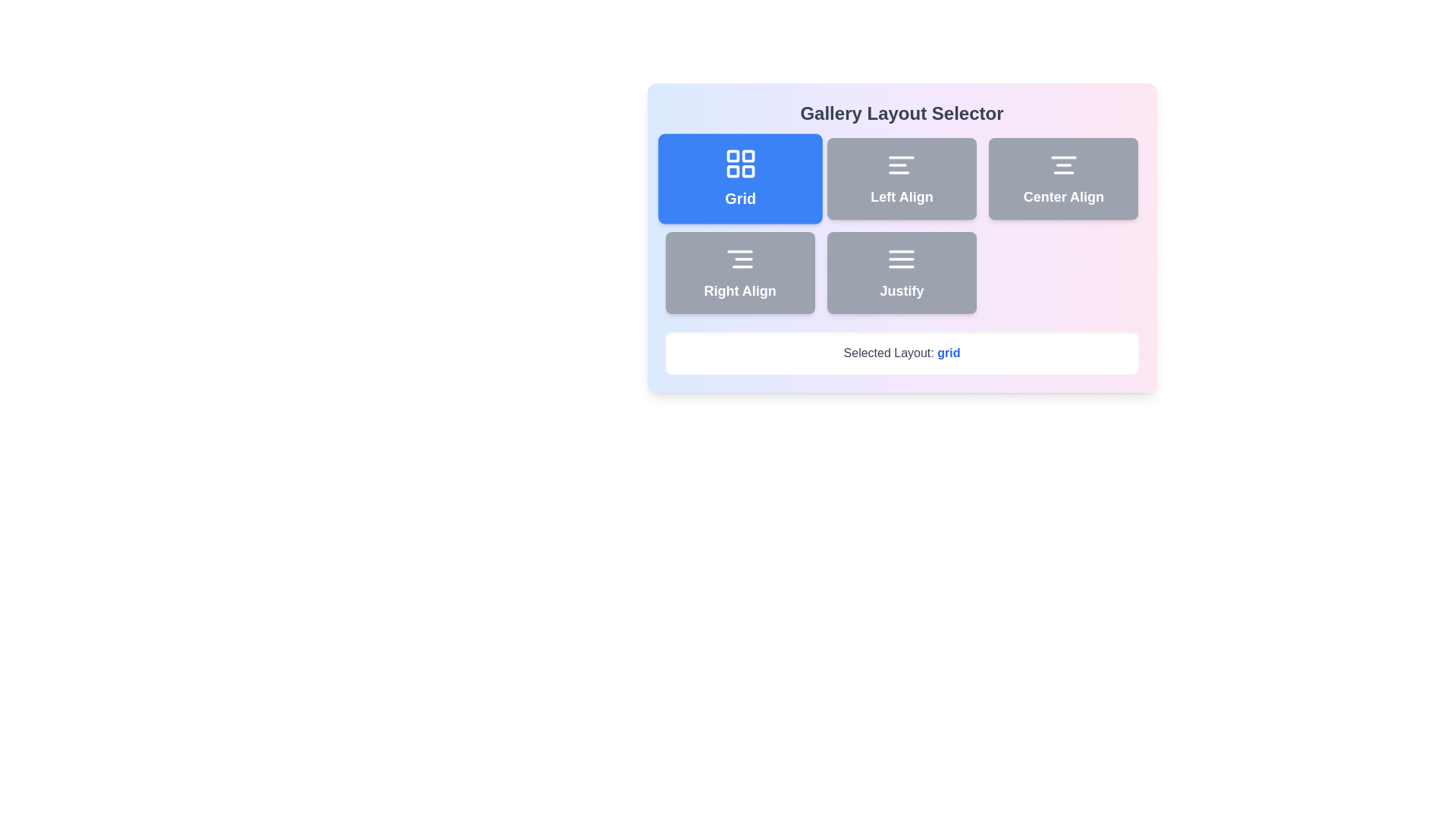 Image resolution: width=1456 pixels, height=819 pixels. Describe the element at coordinates (733, 171) in the screenshot. I see `the bottom-left square icon in the 2x2 grid layout within the 'Grid' component located in the top-left quadrant of the layout selector` at that location.